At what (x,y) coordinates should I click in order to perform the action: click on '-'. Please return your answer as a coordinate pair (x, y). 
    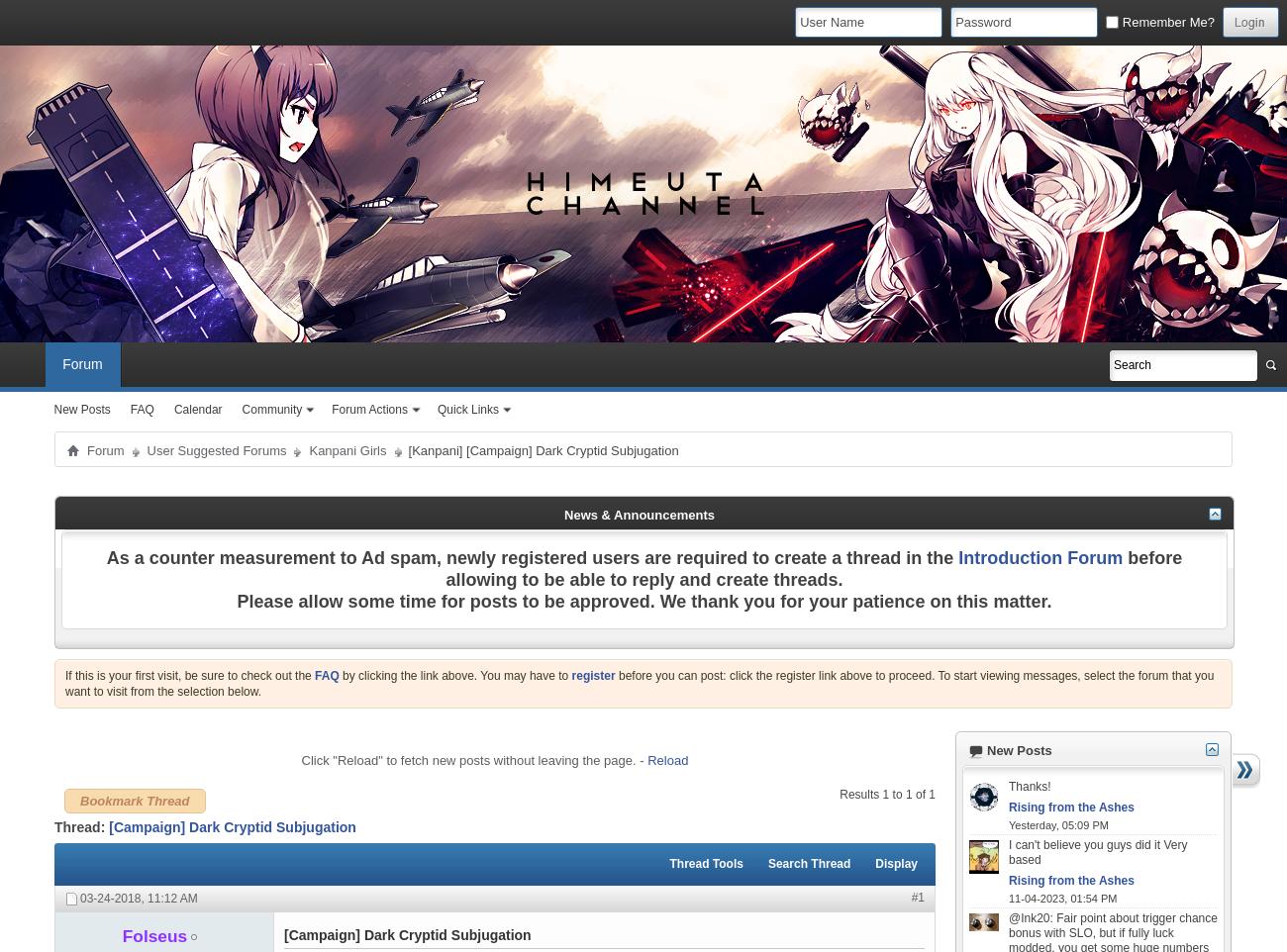
    Looking at the image, I should click on (643, 760).